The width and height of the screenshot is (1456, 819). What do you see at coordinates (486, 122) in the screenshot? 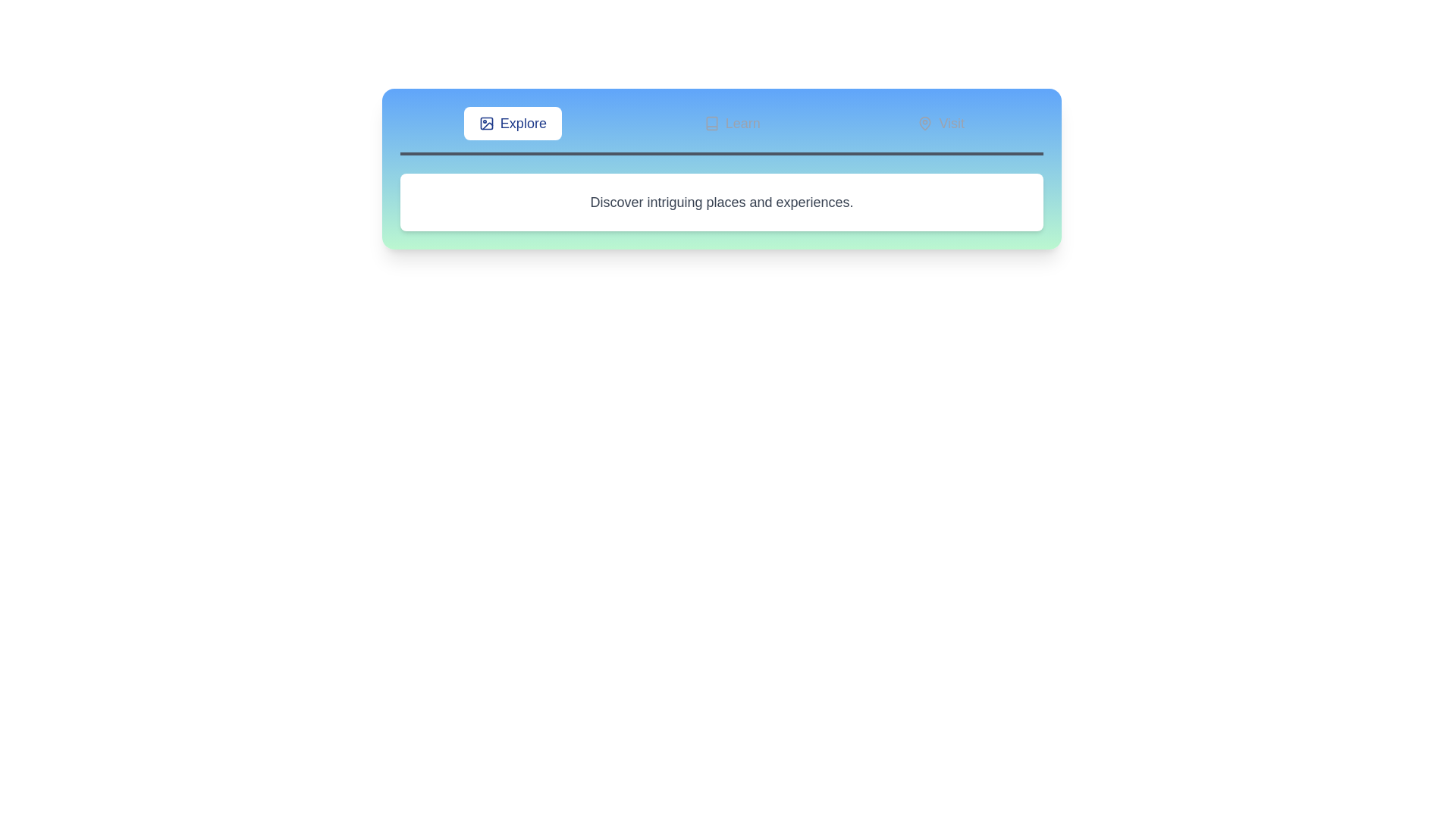
I see `the SVG Icon that visually supplements the 'Explore' text, located in the top-left of the interface within a blue gradient background header` at bounding box center [486, 122].